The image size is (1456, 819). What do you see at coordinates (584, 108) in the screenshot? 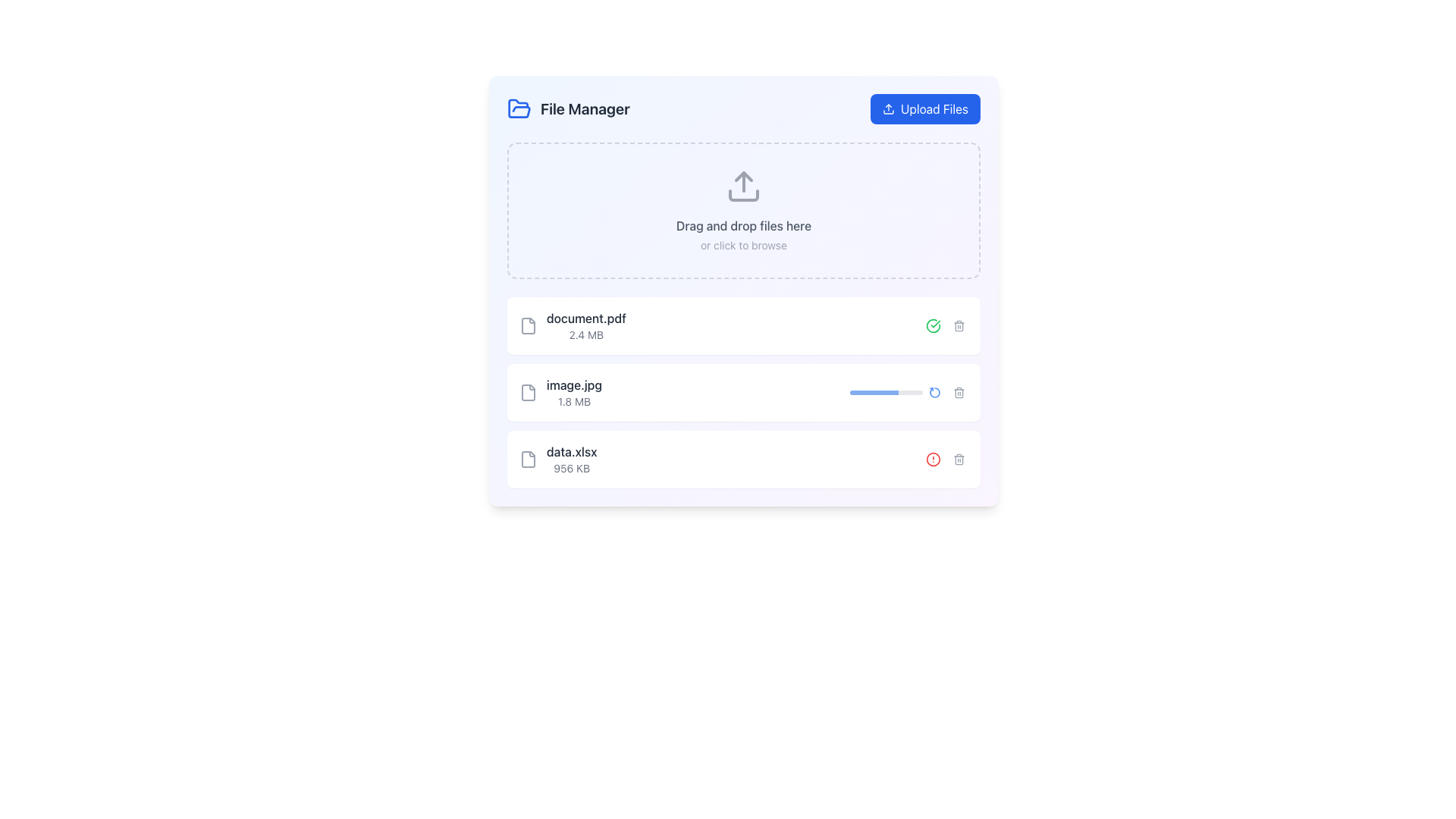
I see `the static Text label that serves as a descriptive title for the file management section, located beside a folder icon in the top-left section of the interface` at bounding box center [584, 108].